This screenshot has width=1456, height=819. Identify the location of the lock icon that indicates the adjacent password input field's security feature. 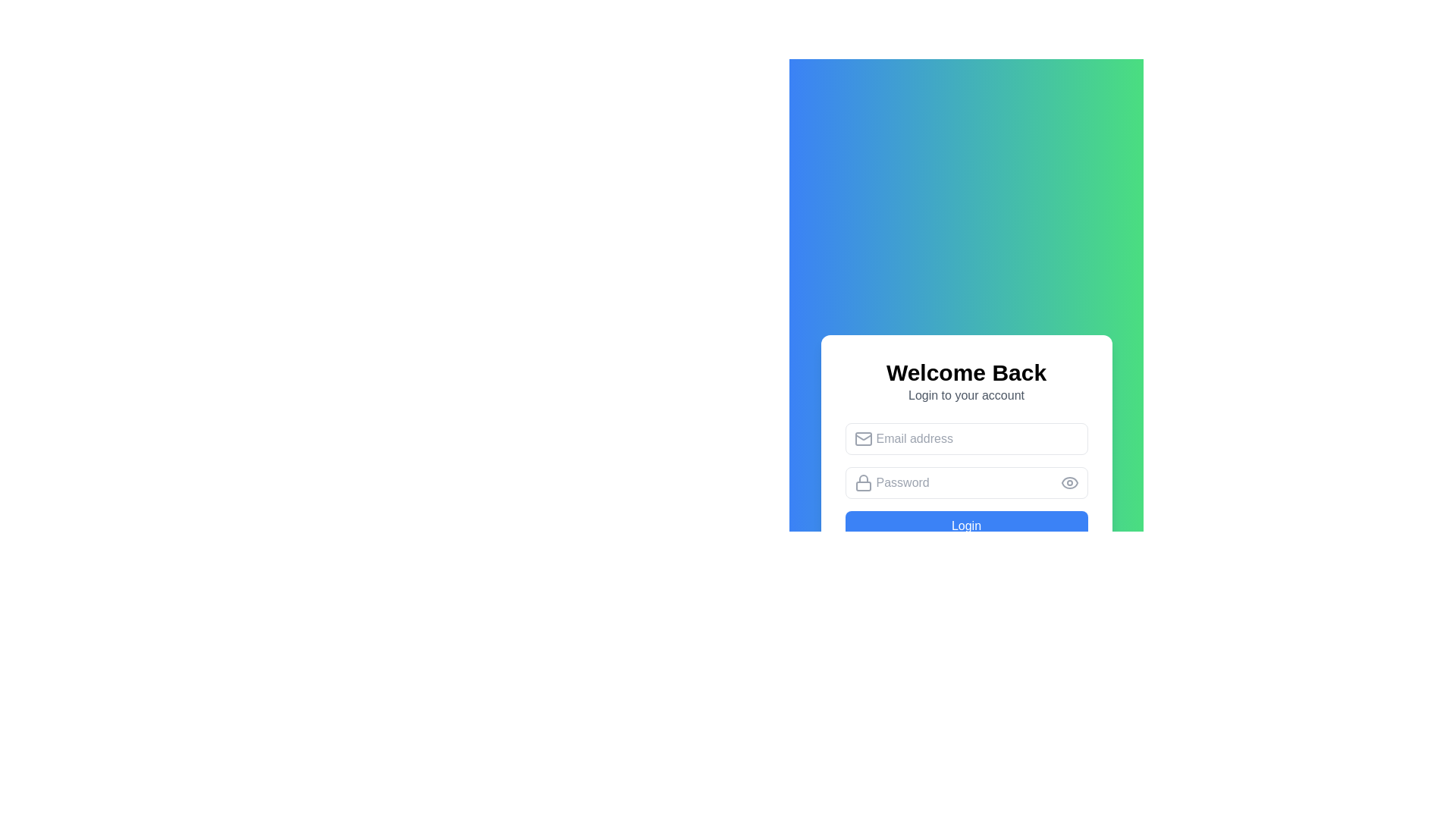
(863, 482).